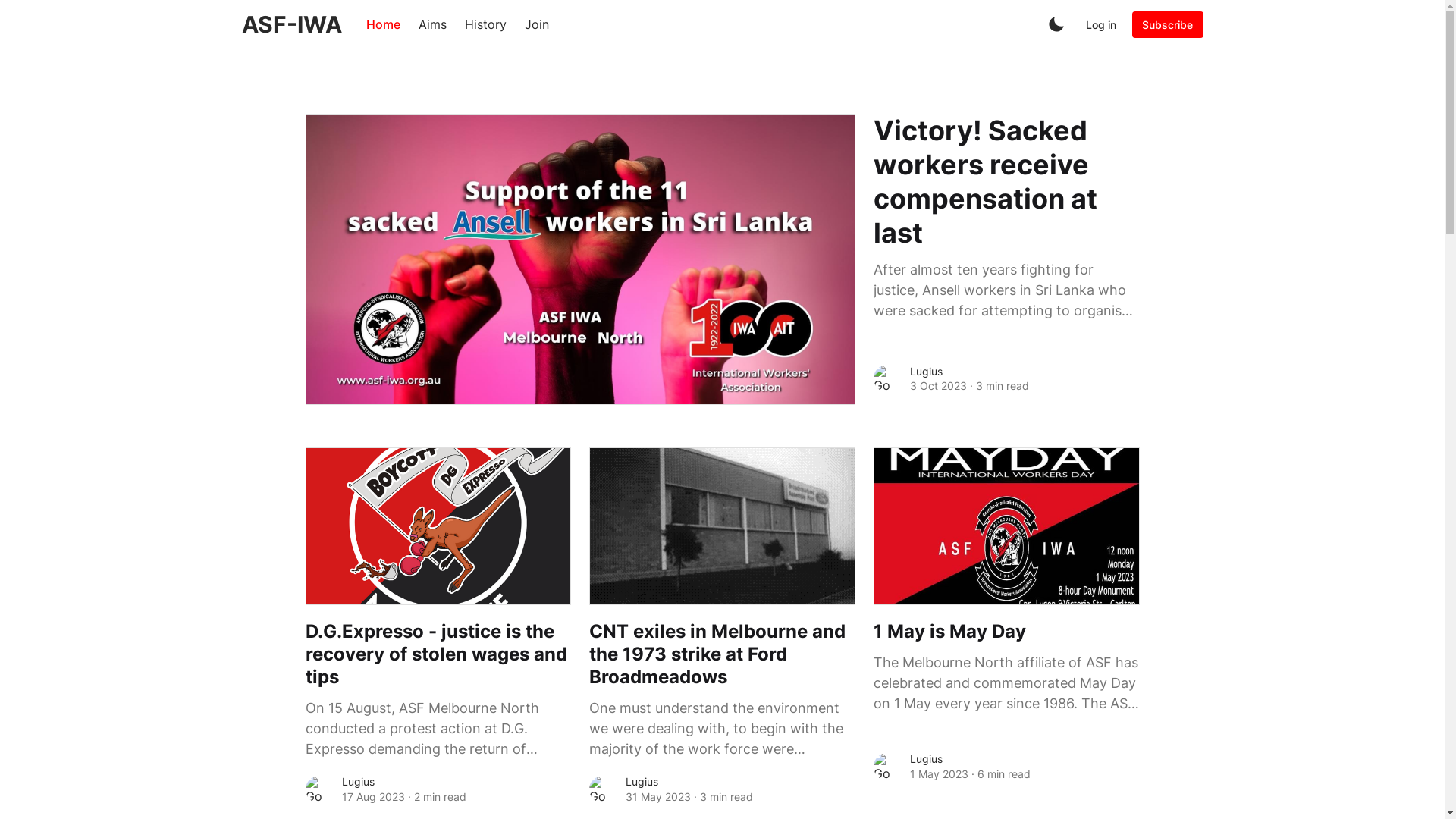  What do you see at coordinates (291, 24) in the screenshot?
I see `'ASF-IWA'` at bounding box center [291, 24].